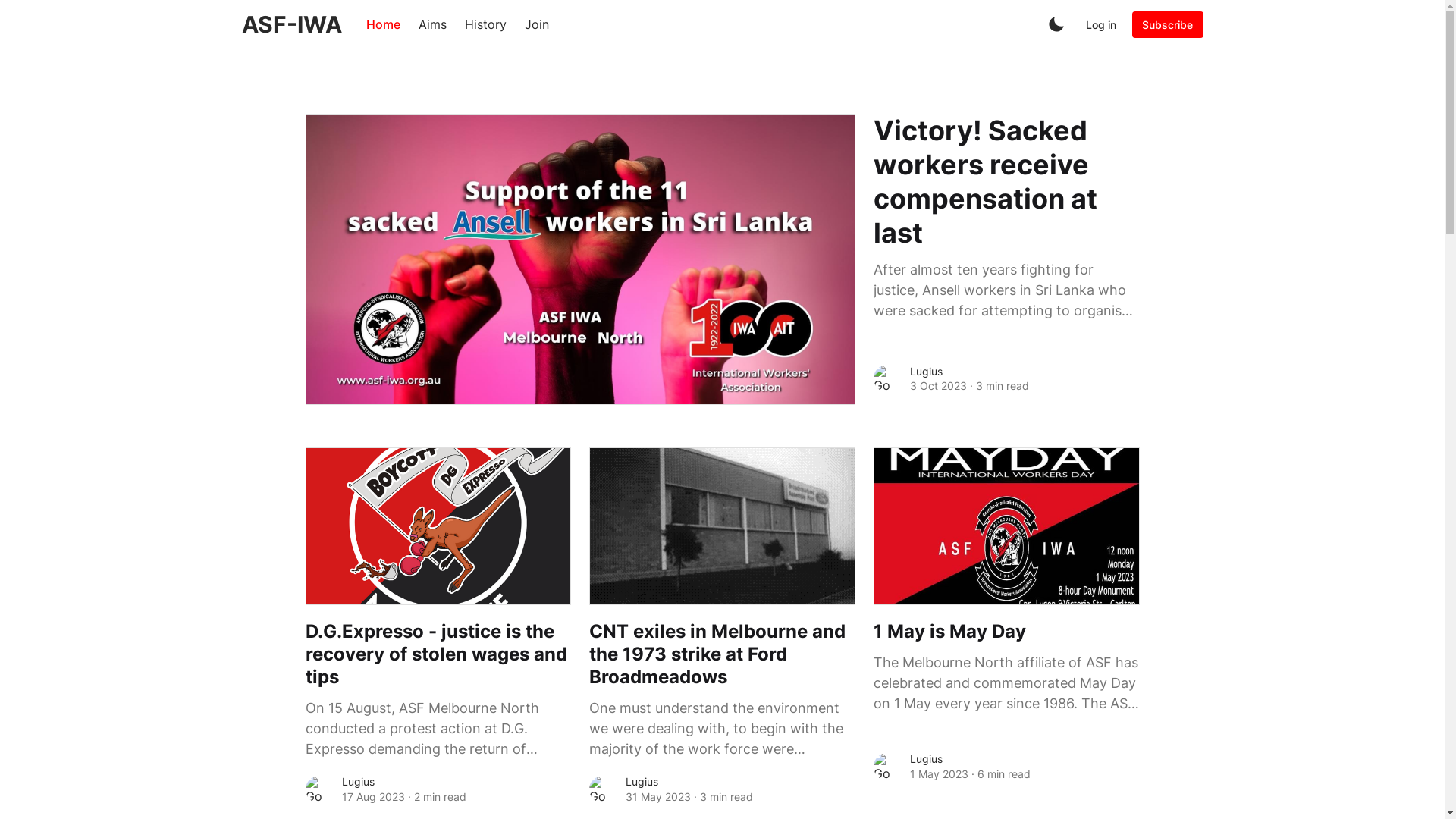  What do you see at coordinates (291, 24) in the screenshot?
I see `'ASF-IWA'` at bounding box center [291, 24].